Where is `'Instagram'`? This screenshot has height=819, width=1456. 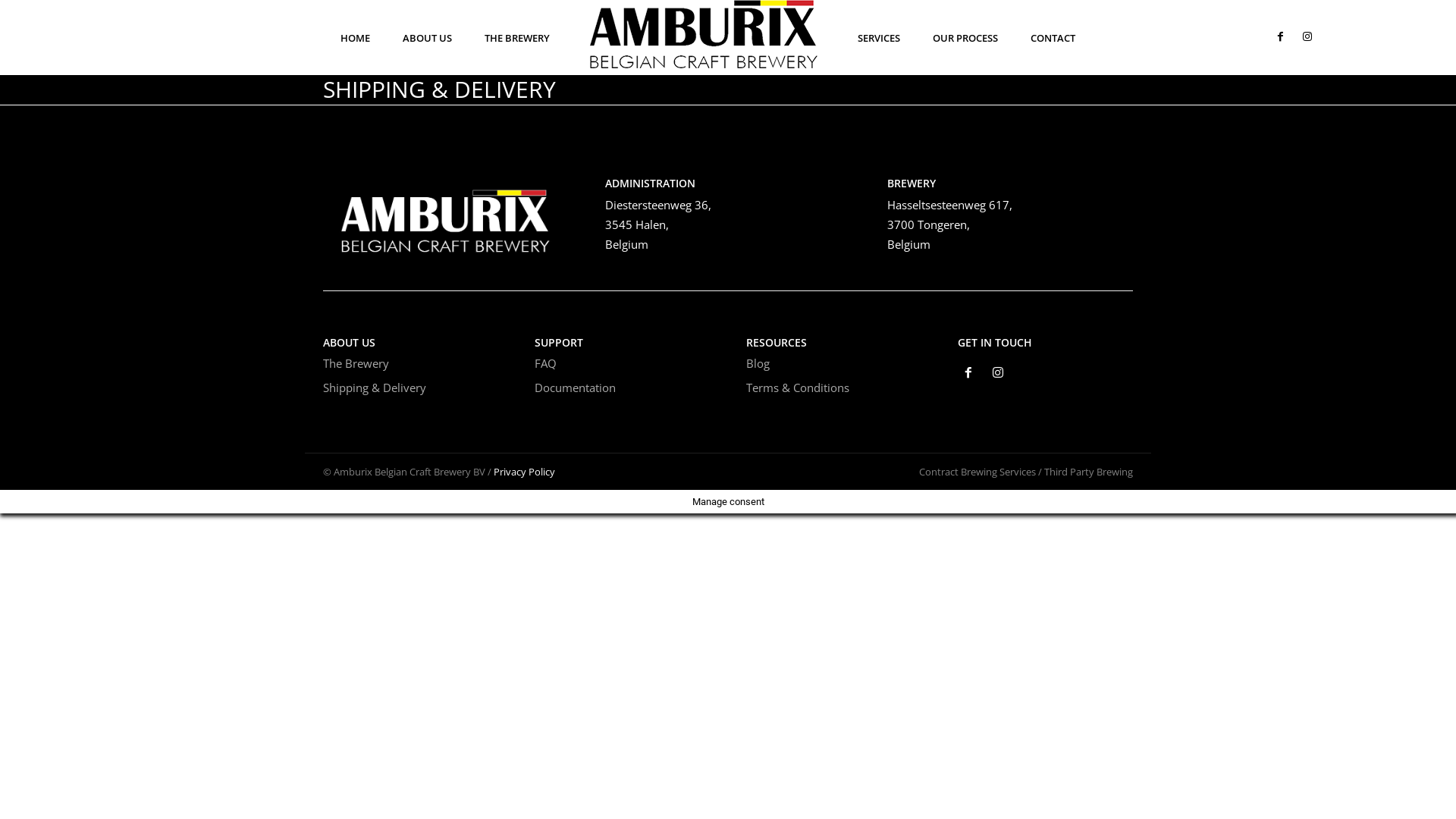
'Instagram' is located at coordinates (998, 374).